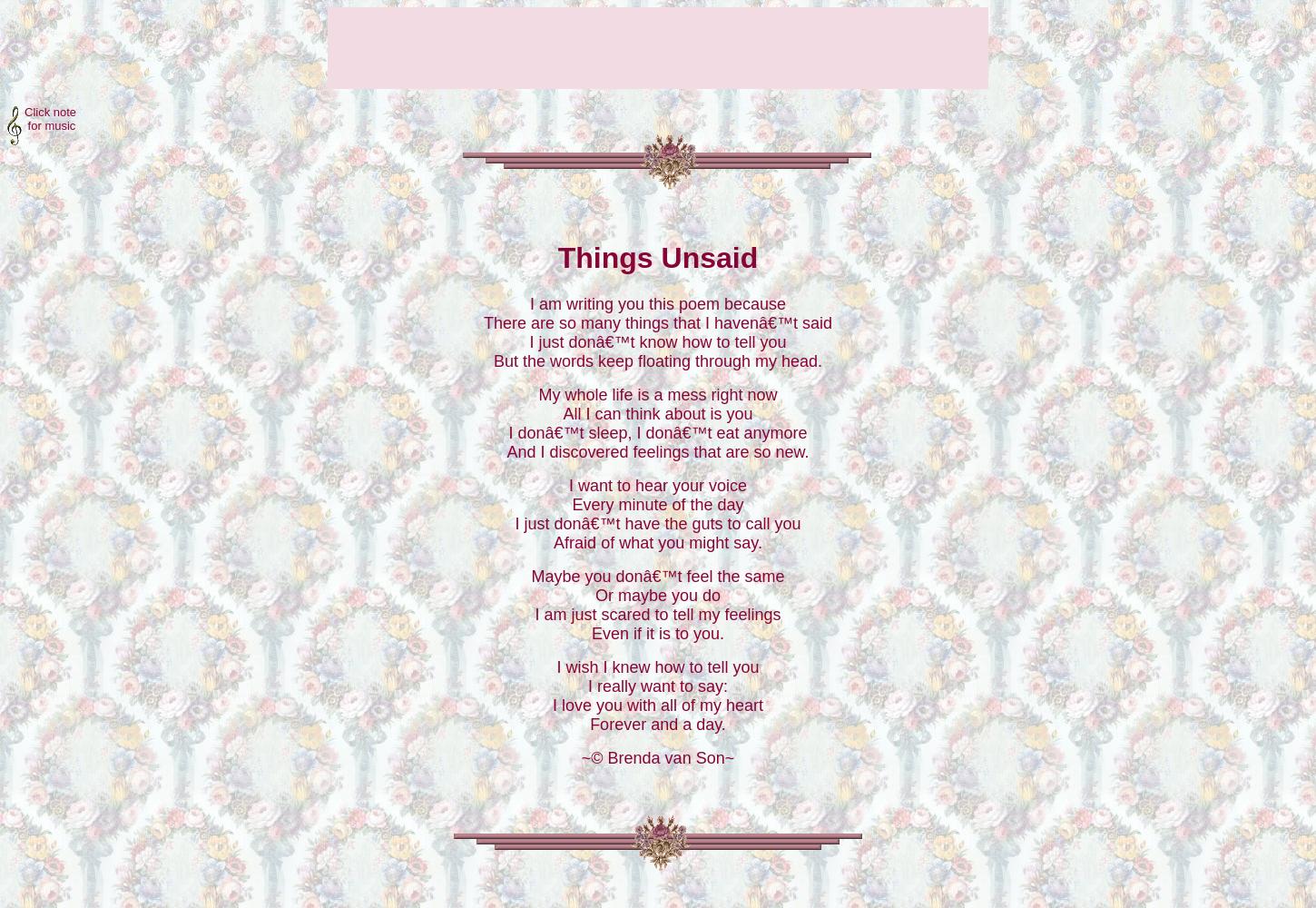 This screenshot has height=908, width=1316. What do you see at coordinates (49, 125) in the screenshot?
I see `'for music'` at bounding box center [49, 125].